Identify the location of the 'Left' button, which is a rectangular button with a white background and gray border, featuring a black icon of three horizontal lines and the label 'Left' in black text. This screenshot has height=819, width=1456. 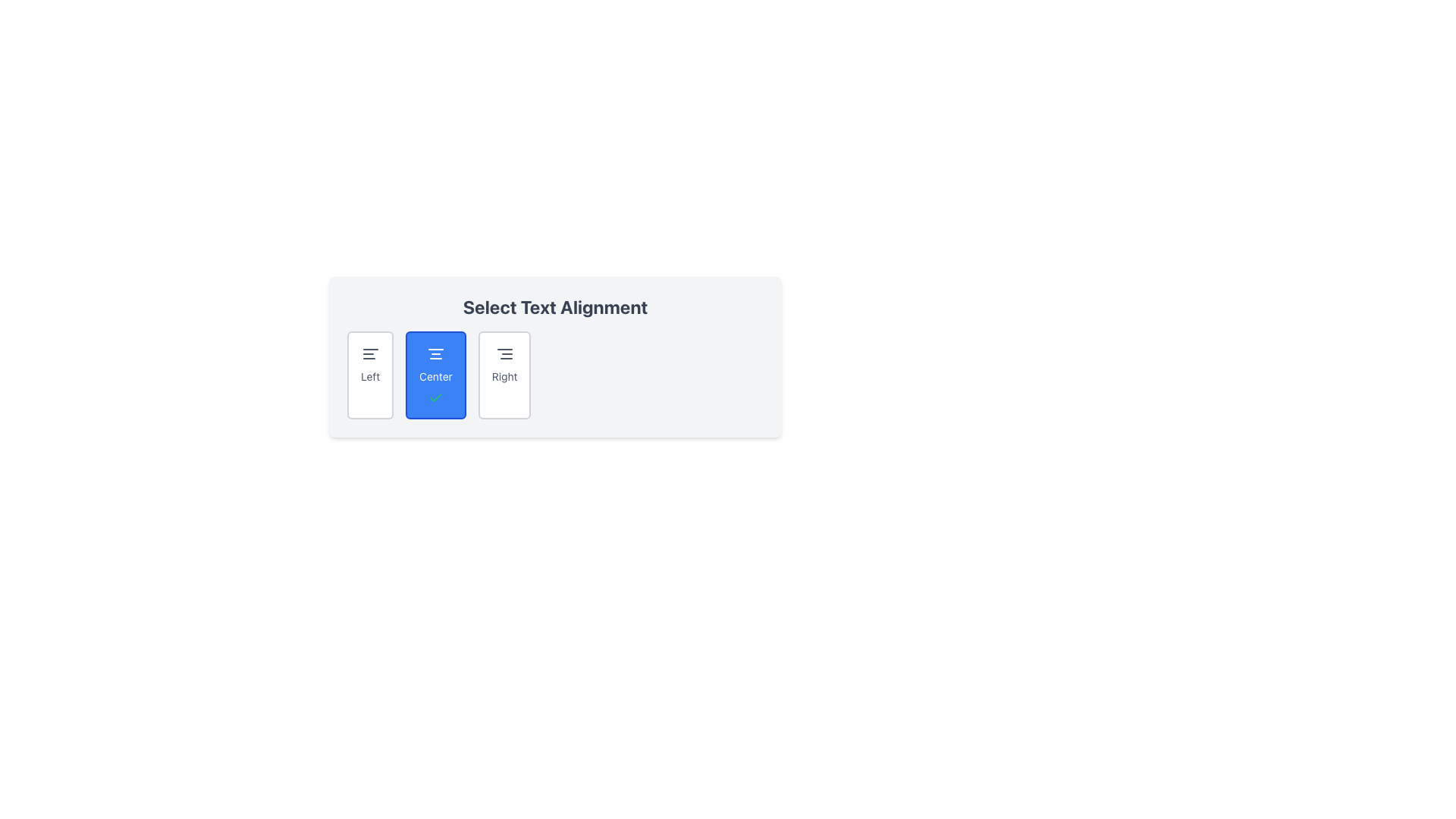
(370, 375).